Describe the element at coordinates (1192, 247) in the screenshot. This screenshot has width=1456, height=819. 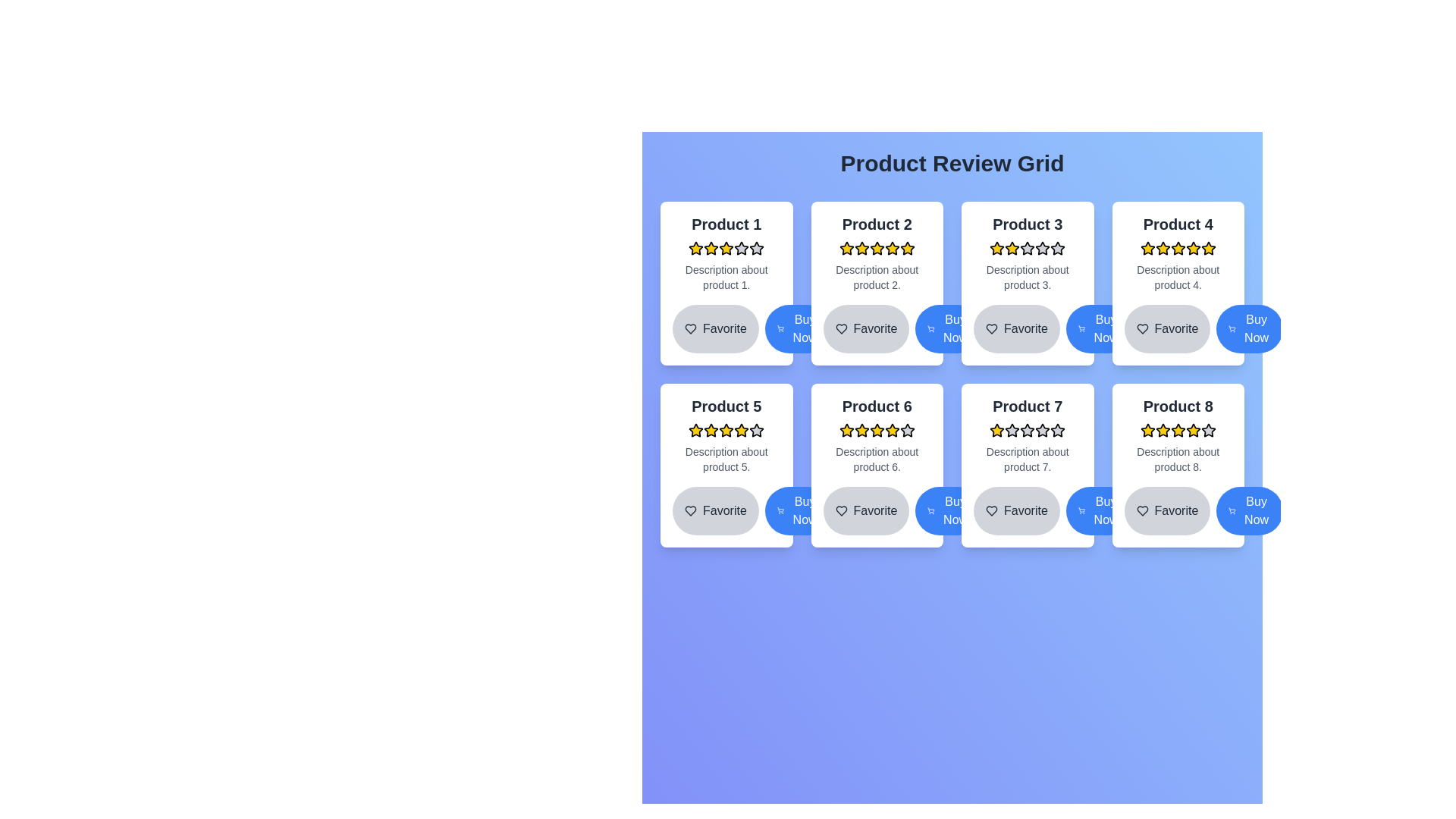
I see `the fourth star icon in the five-star rating system for 'Product 4'` at that location.